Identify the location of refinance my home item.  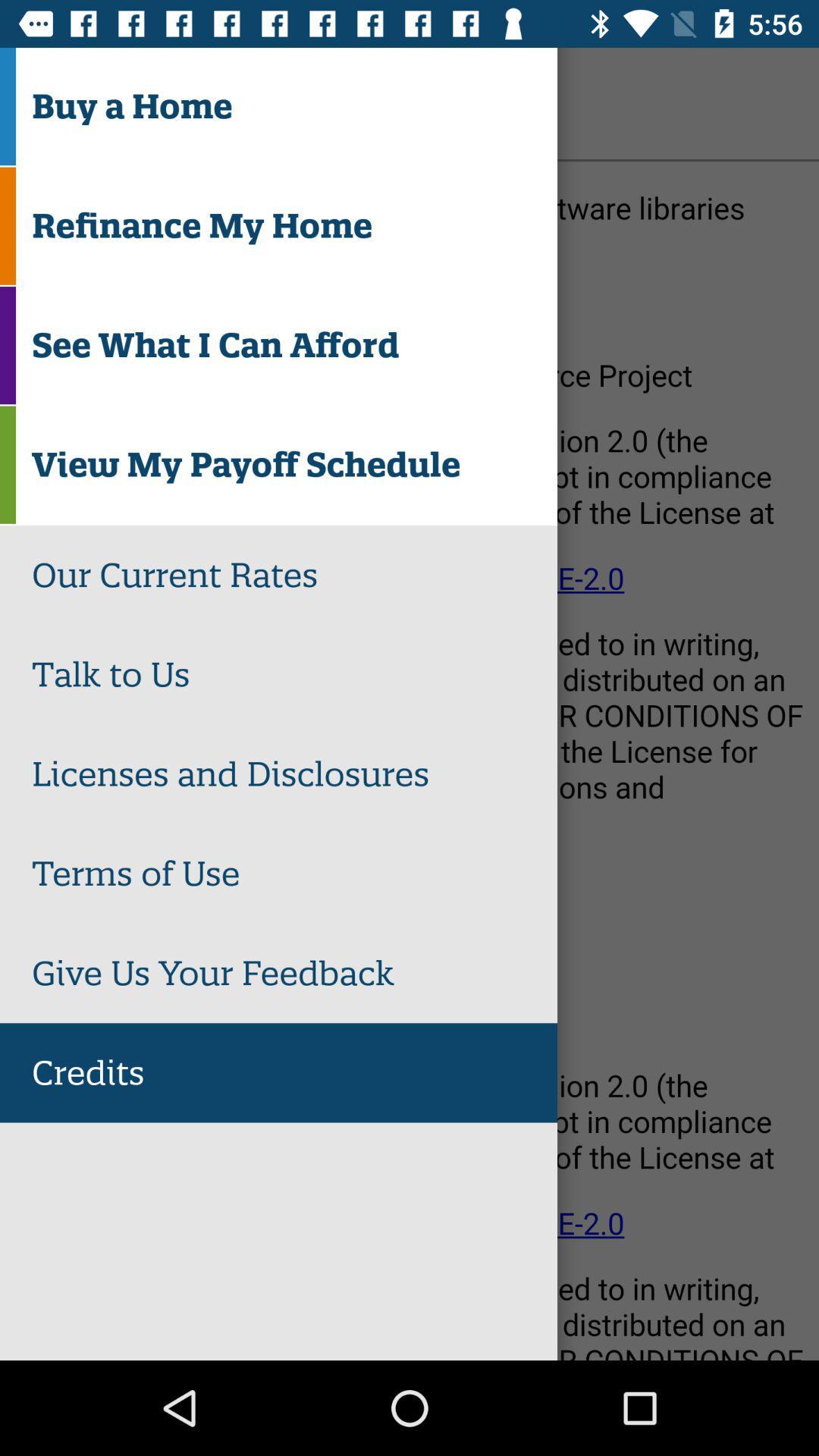
(294, 225).